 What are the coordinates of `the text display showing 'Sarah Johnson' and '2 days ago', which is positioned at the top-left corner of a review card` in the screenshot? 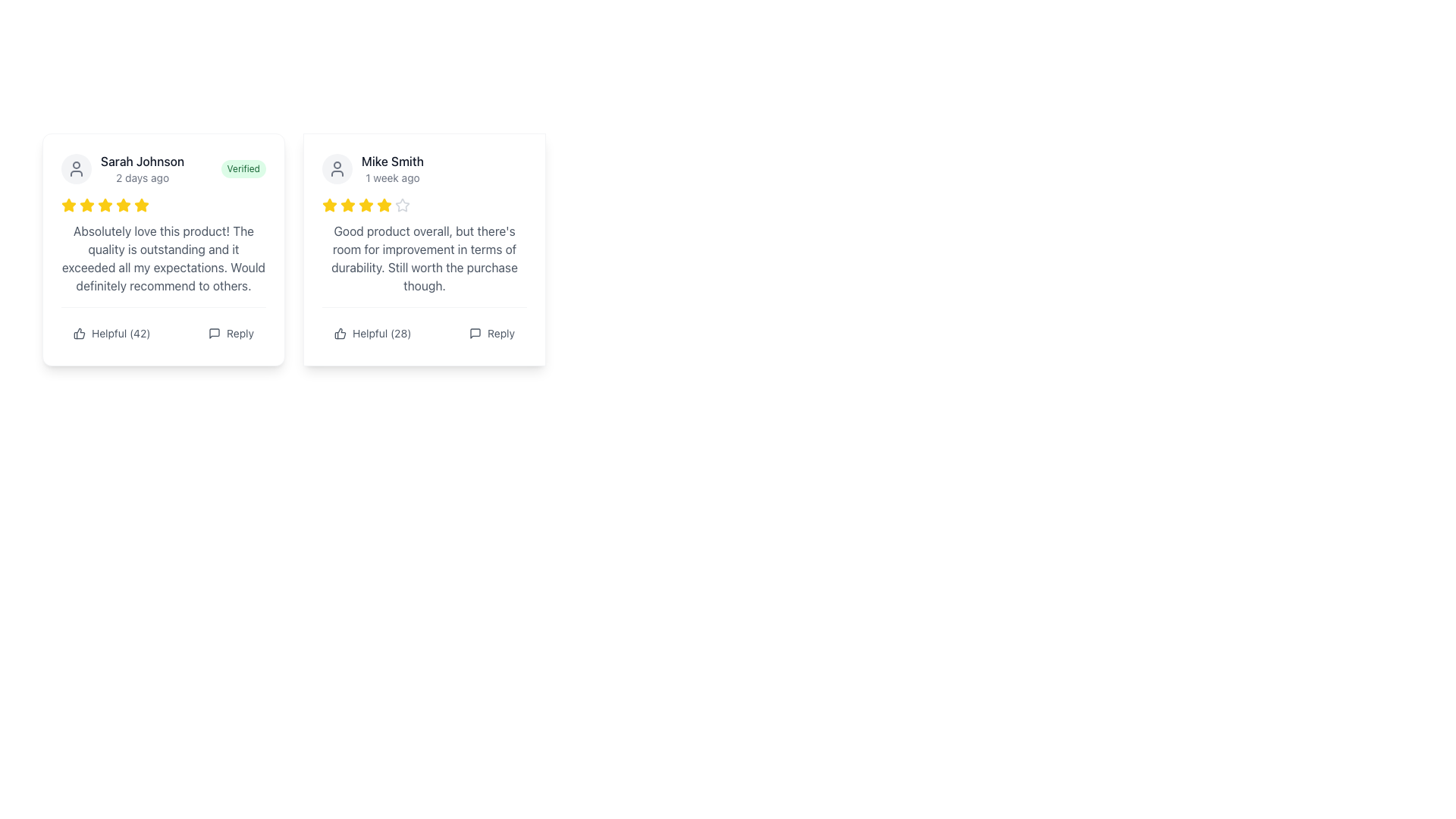 It's located at (143, 169).